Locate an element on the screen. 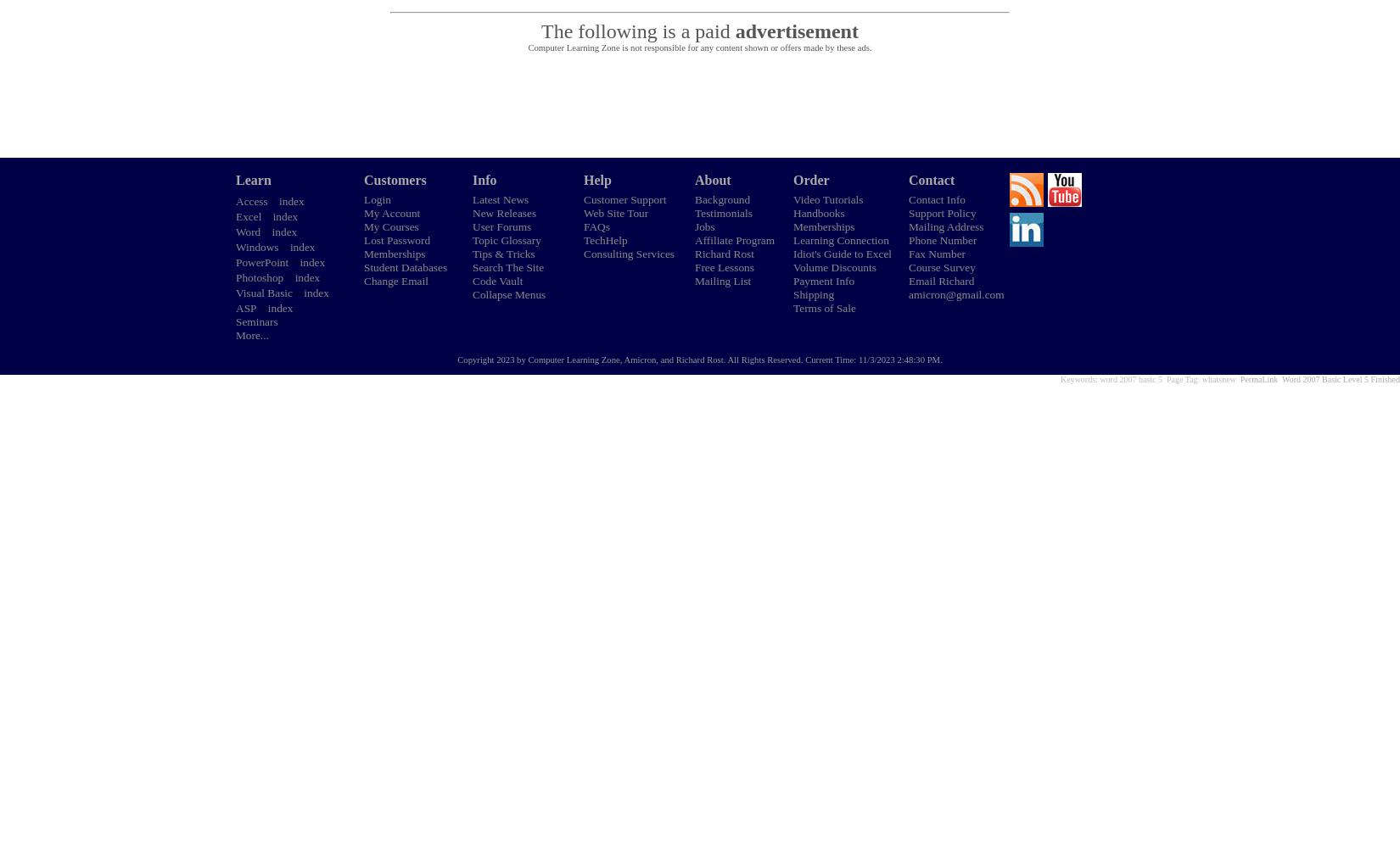 The image size is (1400, 848). 'Email Richard' is located at coordinates (941, 280).